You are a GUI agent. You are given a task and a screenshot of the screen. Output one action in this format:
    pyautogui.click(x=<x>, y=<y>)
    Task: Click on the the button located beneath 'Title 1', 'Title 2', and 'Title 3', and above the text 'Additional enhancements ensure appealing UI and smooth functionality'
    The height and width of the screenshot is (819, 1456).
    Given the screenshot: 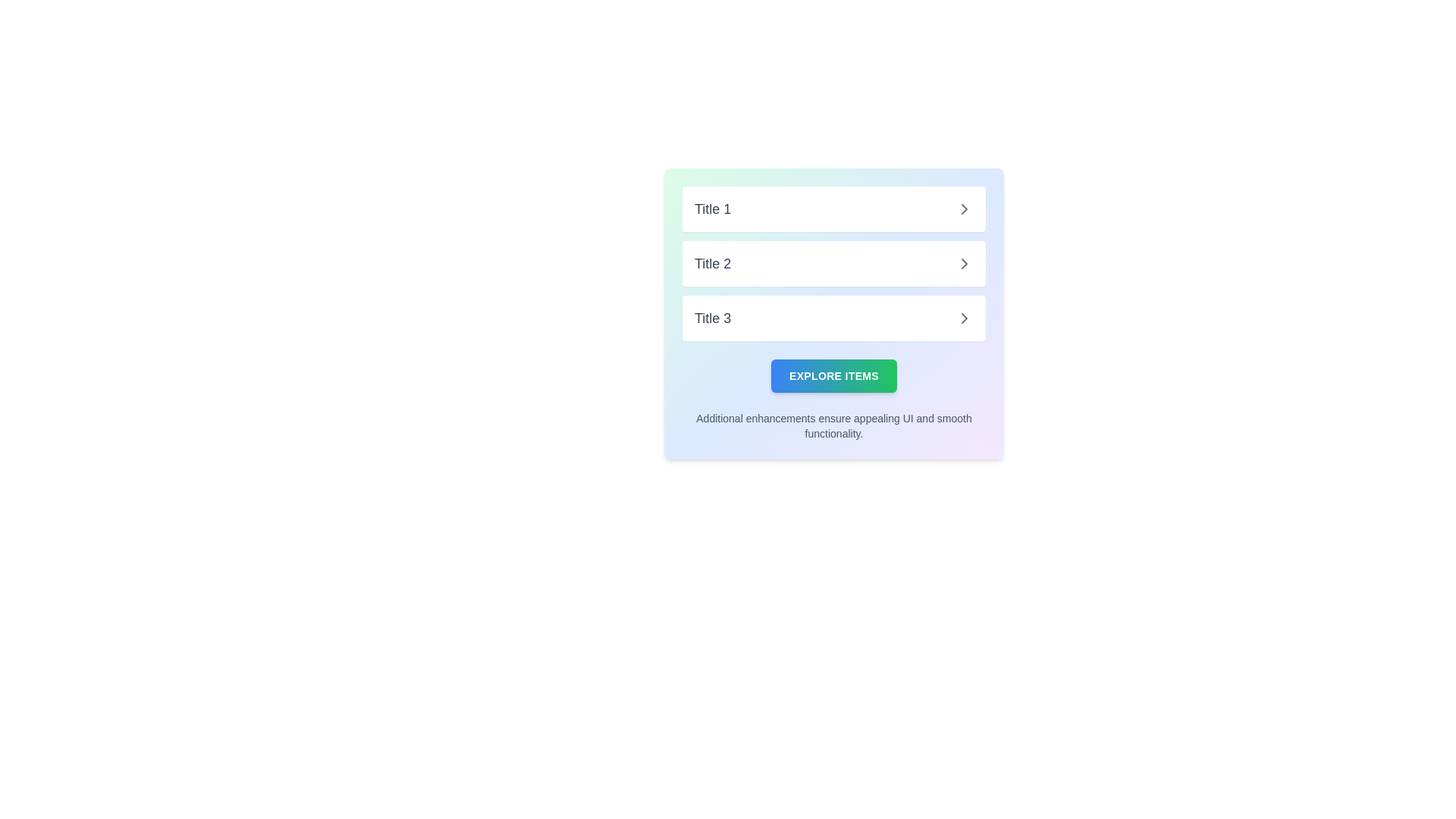 What is the action you would take?
    pyautogui.click(x=833, y=375)
    